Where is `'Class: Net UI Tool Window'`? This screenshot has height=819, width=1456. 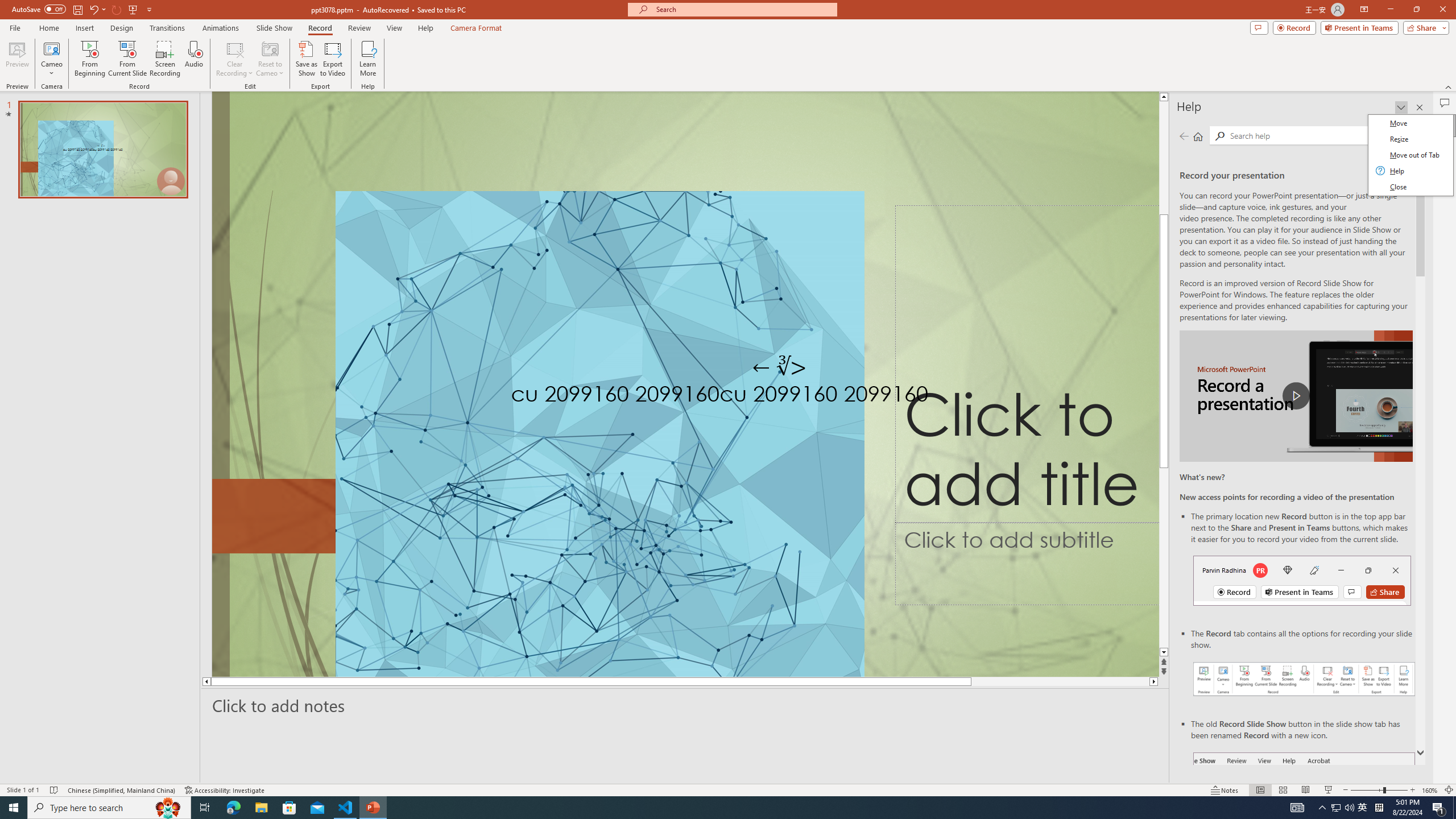 'Class: Net UI Tool Window' is located at coordinates (1409, 155).